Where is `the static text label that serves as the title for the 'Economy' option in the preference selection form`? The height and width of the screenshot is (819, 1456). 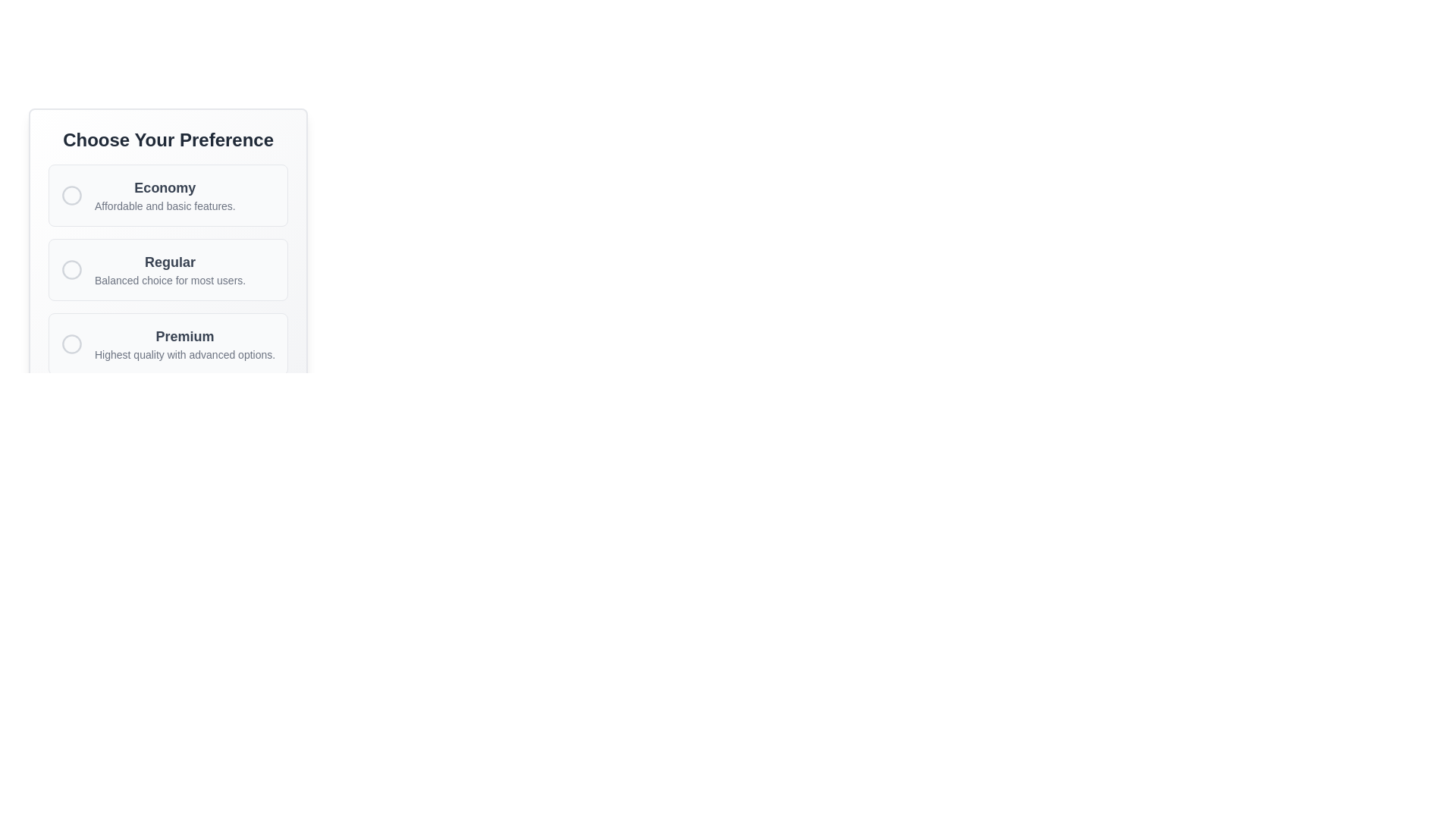 the static text label that serves as the title for the 'Economy' option in the preference selection form is located at coordinates (165, 187).